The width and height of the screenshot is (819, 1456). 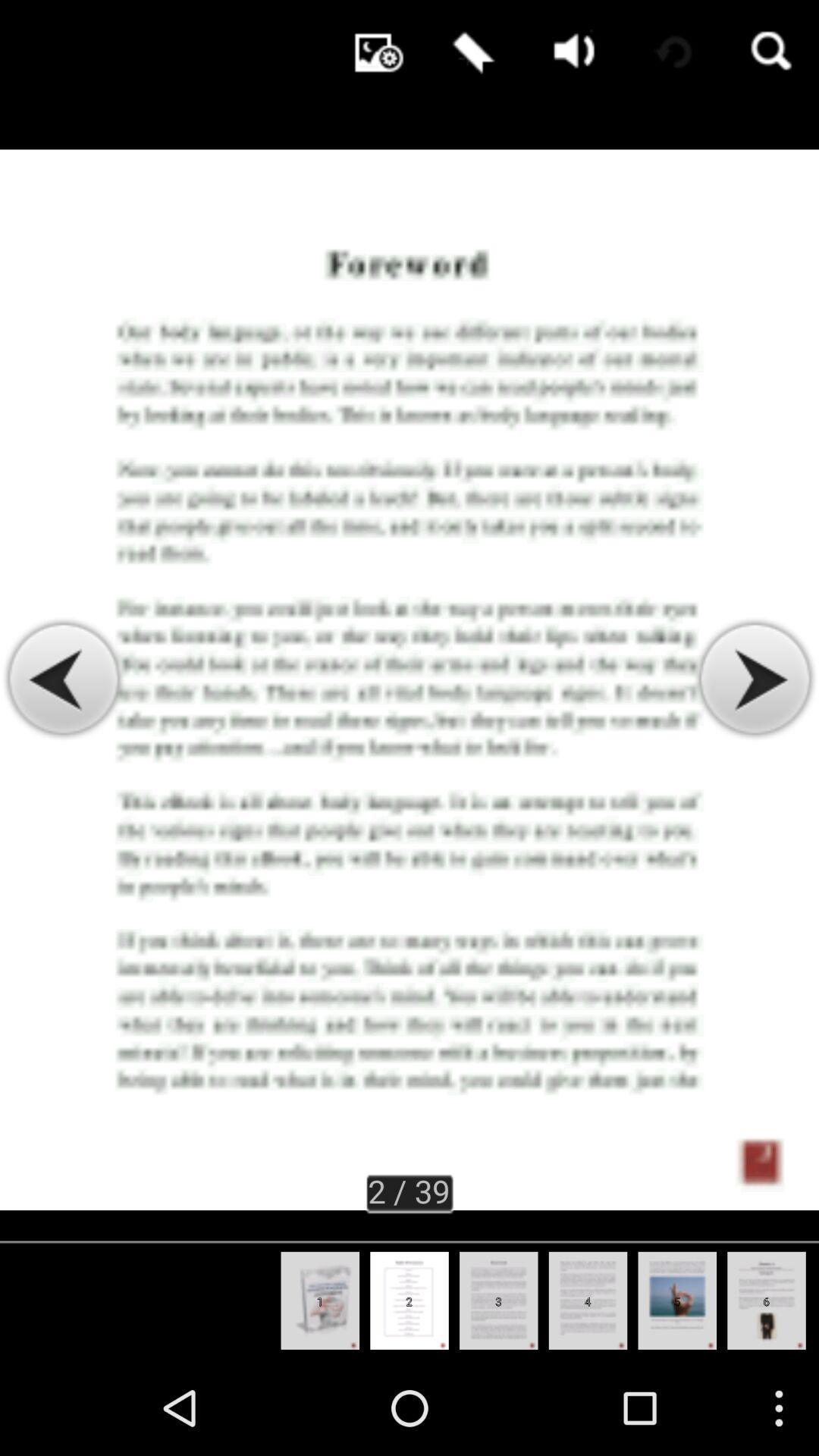 I want to click on the volume icon, so click(x=570, y=53).